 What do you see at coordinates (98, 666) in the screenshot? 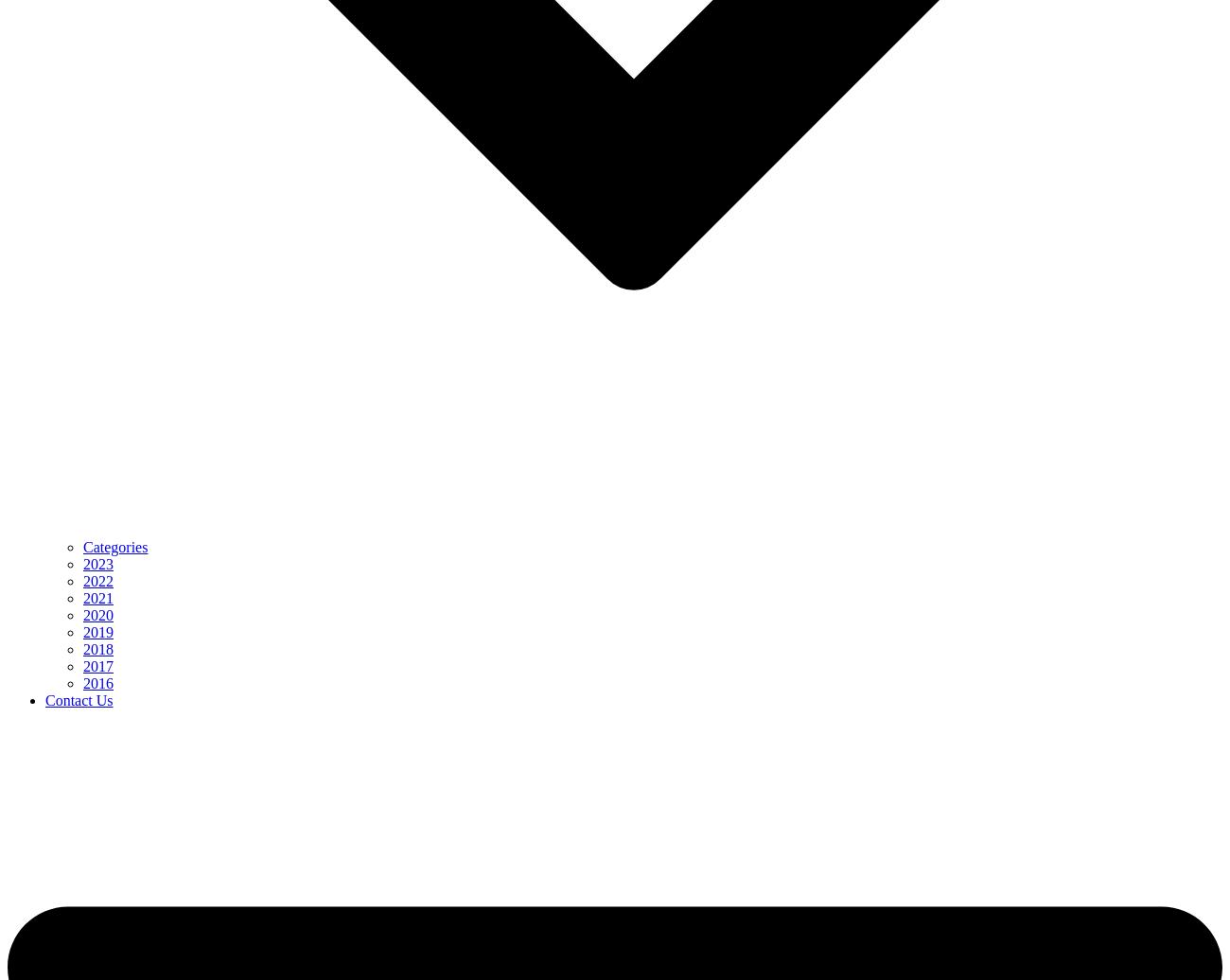
I see `'2017'` at bounding box center [98, 666].